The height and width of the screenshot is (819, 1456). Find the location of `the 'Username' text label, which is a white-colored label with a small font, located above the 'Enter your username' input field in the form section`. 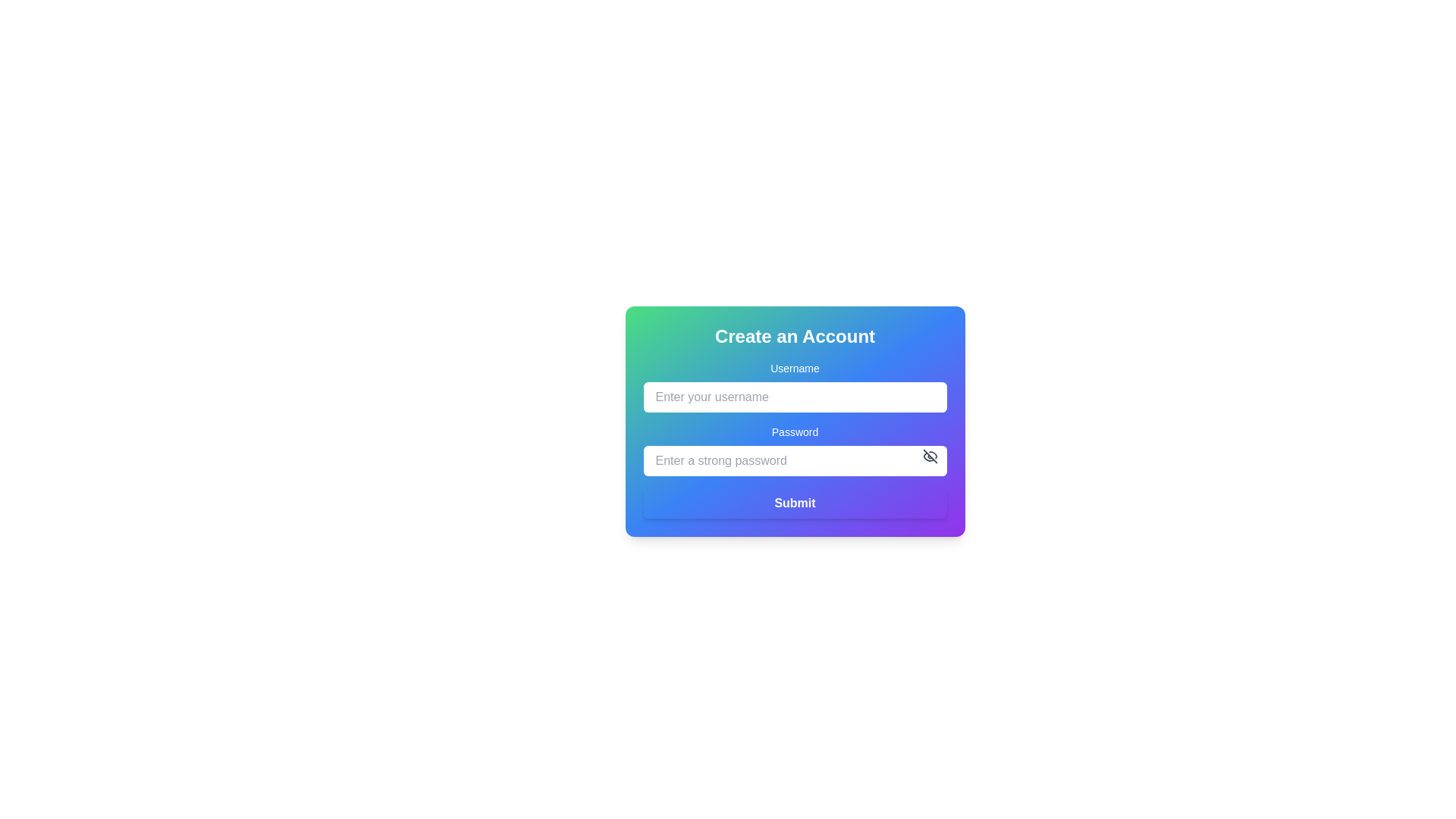

the 'Username' text label, which is a white-colored label with a small font, located above the 'Enter your username' input field in the form section is located at coordinates (794, 369).